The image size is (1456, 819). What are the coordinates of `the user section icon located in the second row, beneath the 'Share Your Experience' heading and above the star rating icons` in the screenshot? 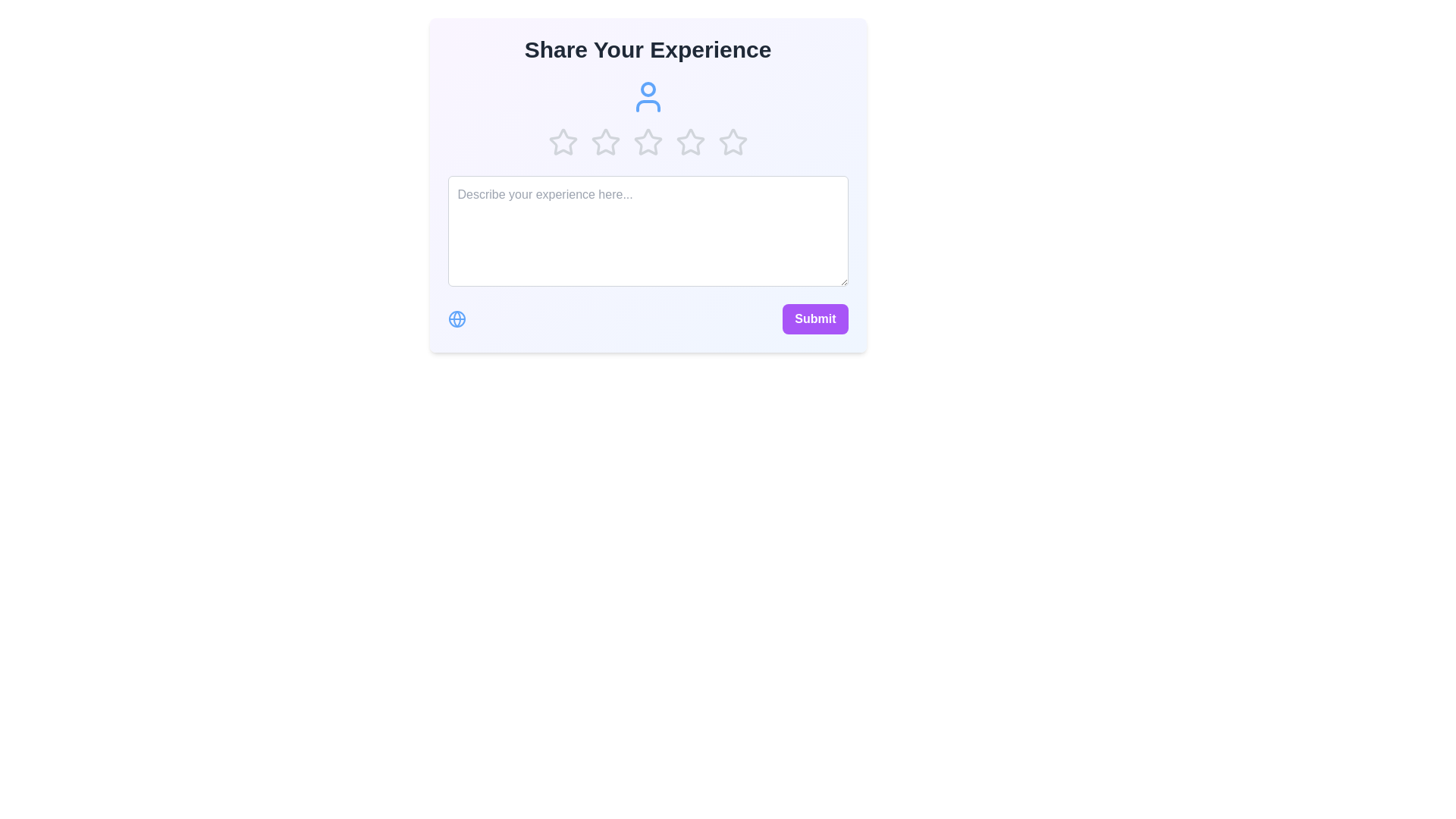 It's located at (648, 96).